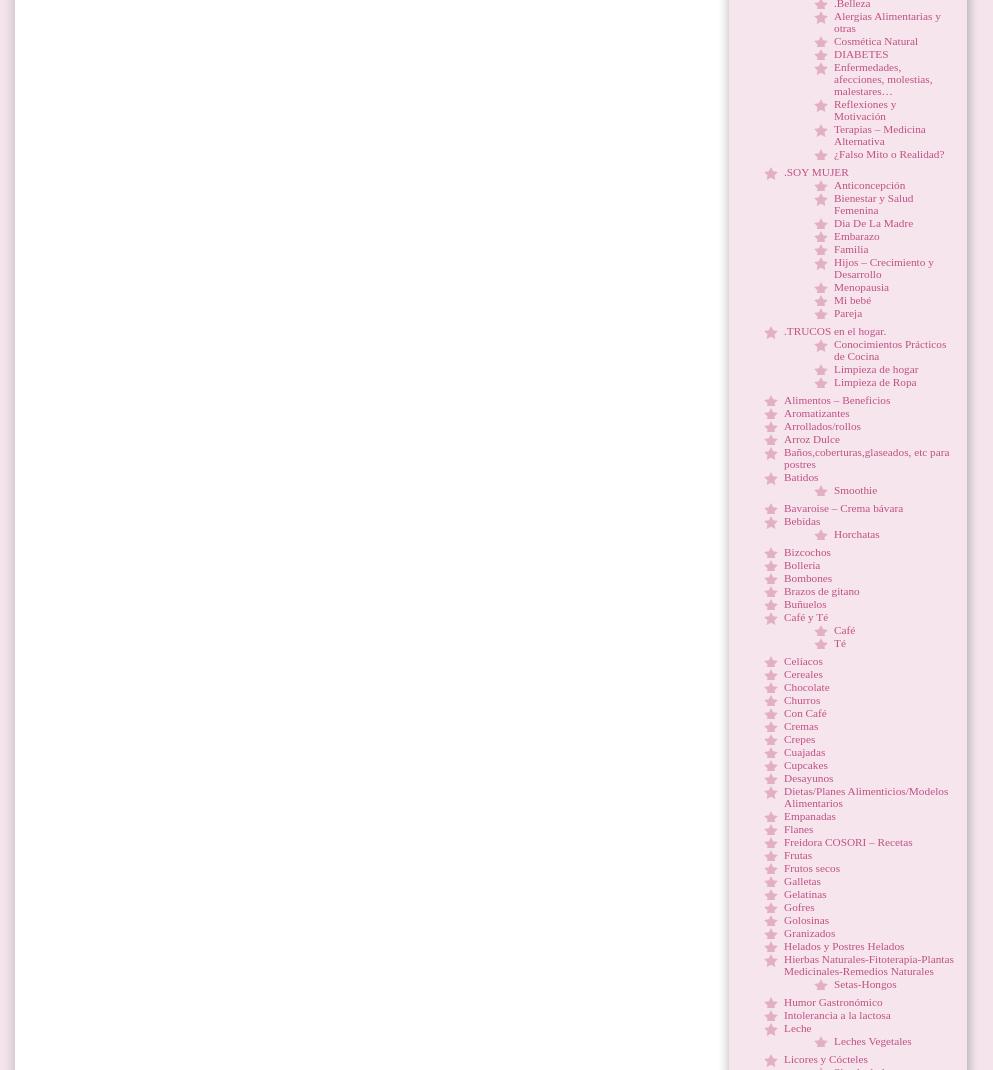 This screenshot has height=1070, width=993. Describe the element at coordinates (801, 563) in the screenshot. I see `'Bollería'` at that location.